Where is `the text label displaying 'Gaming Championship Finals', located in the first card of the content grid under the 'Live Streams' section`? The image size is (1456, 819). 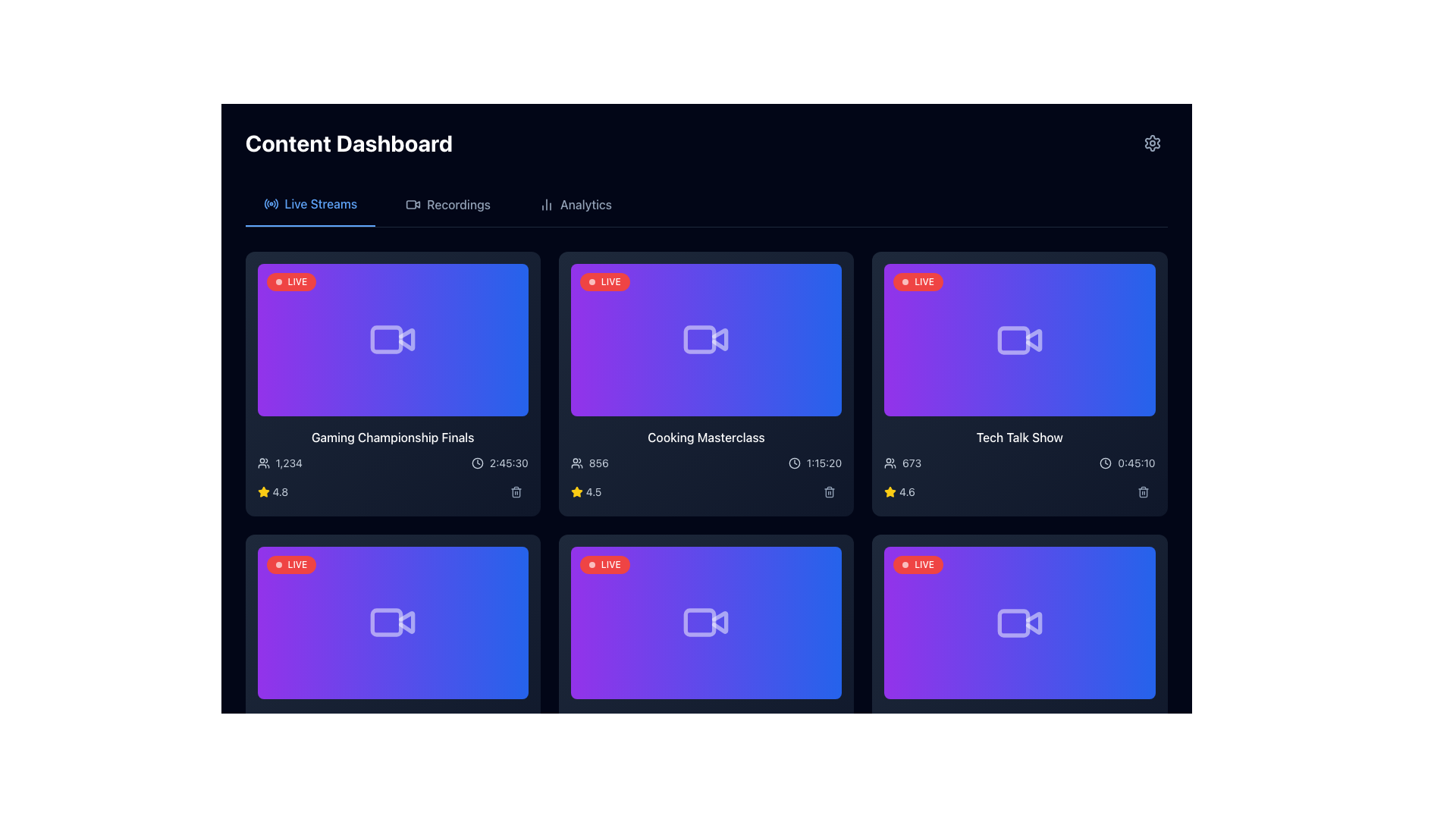 the text label displaying 'Gaming Championship Finals', located in the first card of the content grid under the 'Live Streams' section is located at coordinates (393, 437).